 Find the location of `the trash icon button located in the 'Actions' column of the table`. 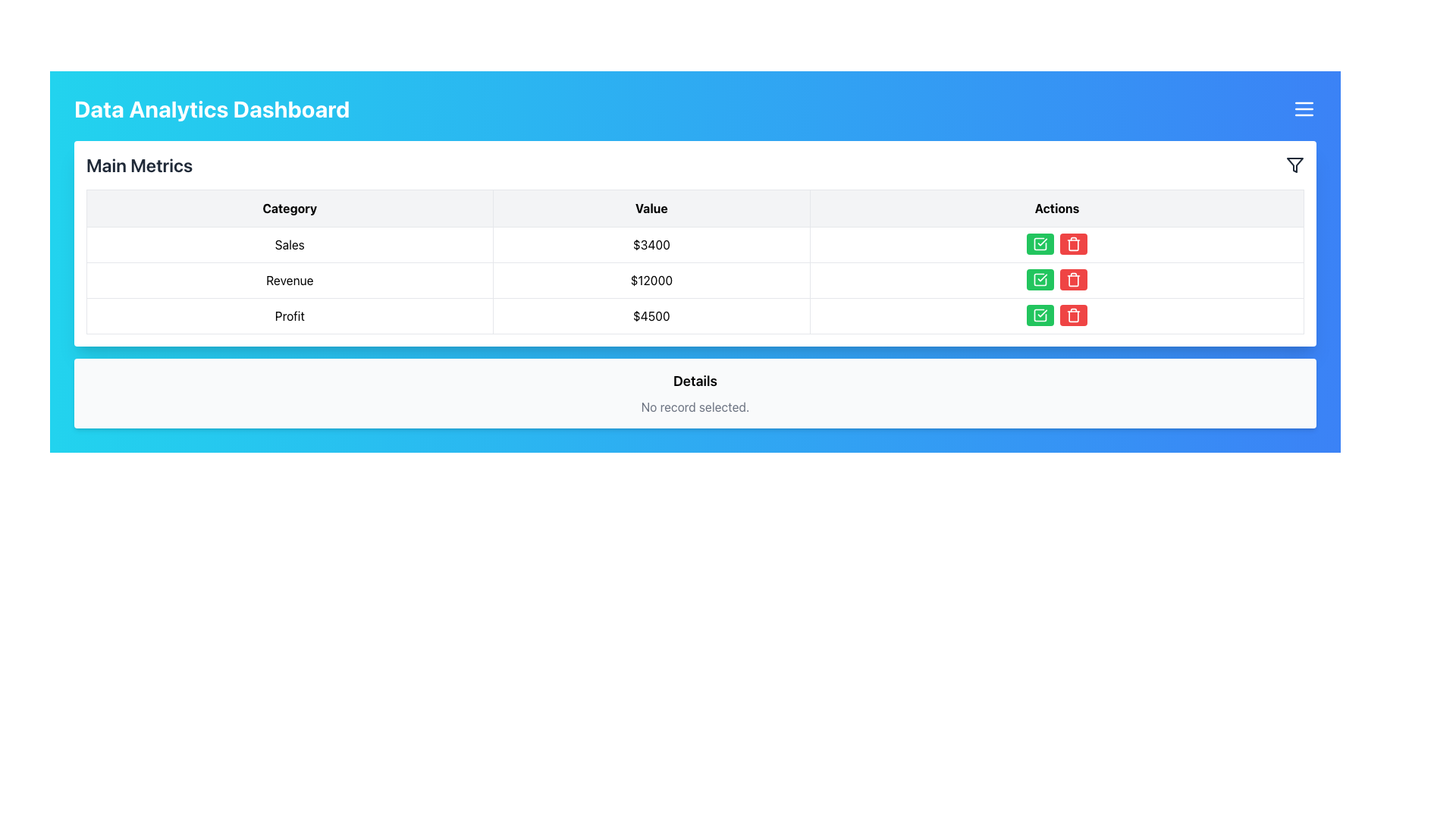

the trash icon button located in the 'Actions' column of the table is located at coordinates (1073, 243).